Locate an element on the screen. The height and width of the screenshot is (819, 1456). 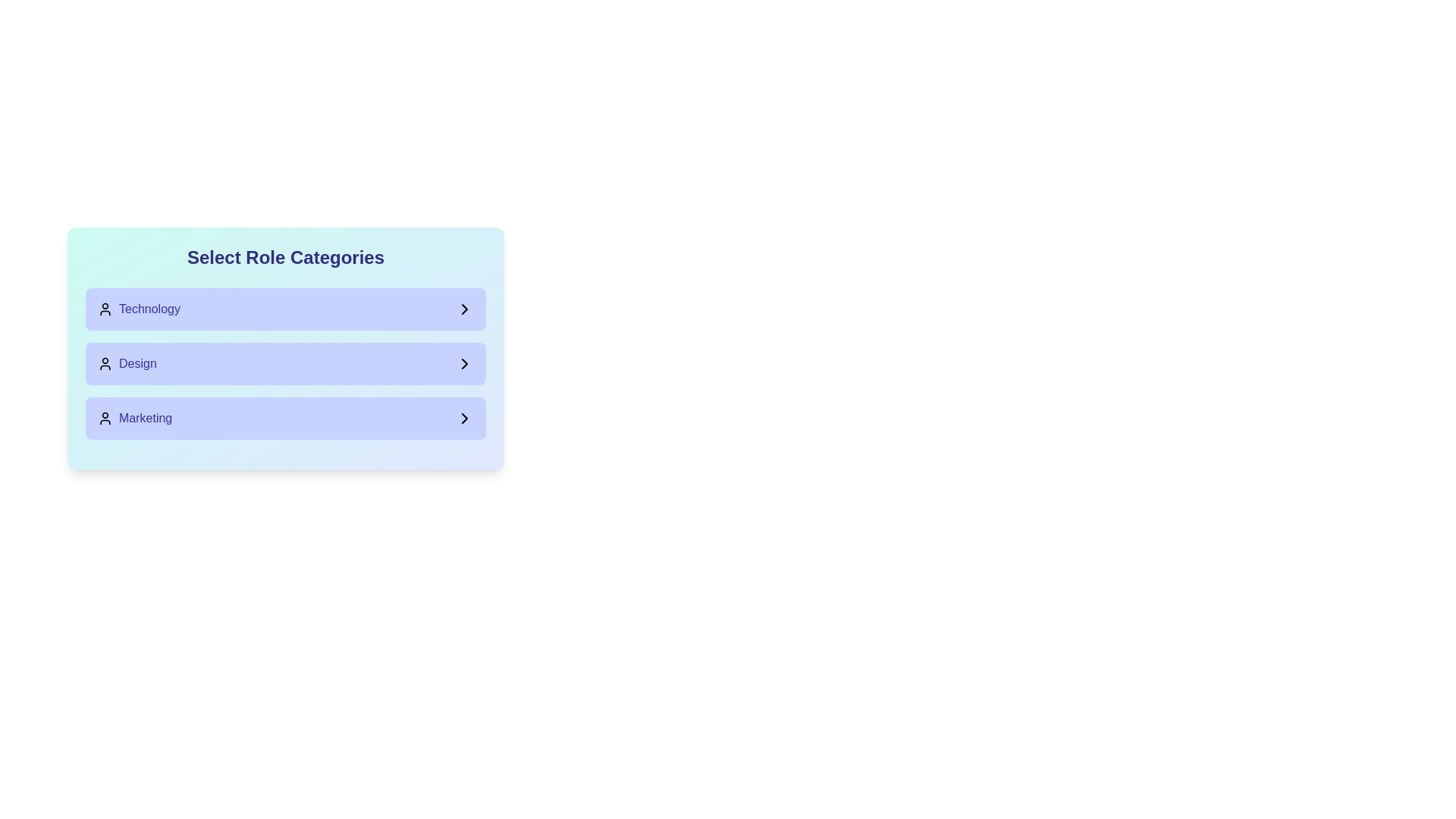
the chevron icon located at the far-right end of the 'Technology' button in the 'Select Role Categories' section is located at coordinates (464, 309).